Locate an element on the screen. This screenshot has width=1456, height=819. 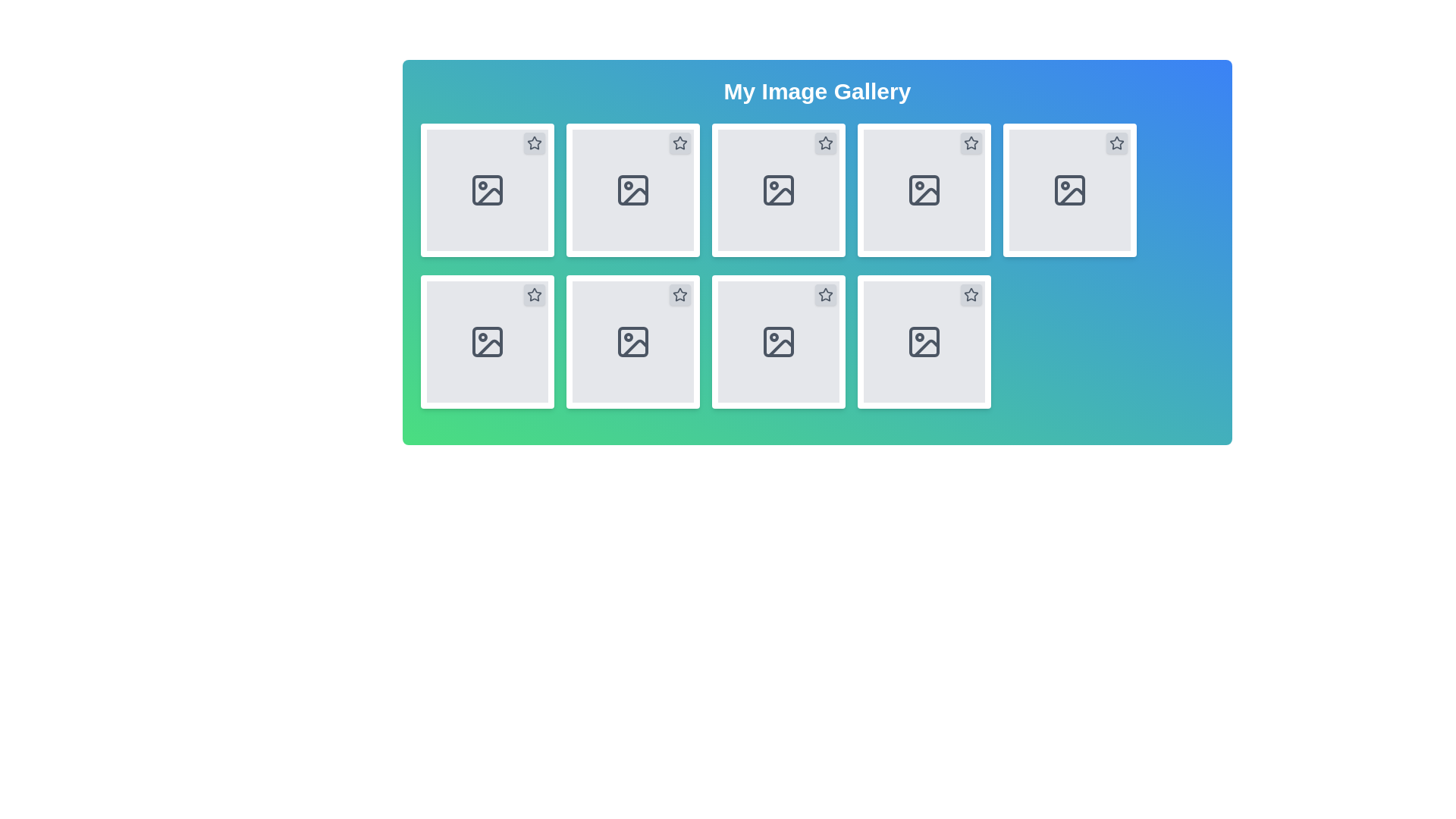
the star-shaped icon button with a hollow center located in the top-right corner of the image card is located at coordinates (535, 143).